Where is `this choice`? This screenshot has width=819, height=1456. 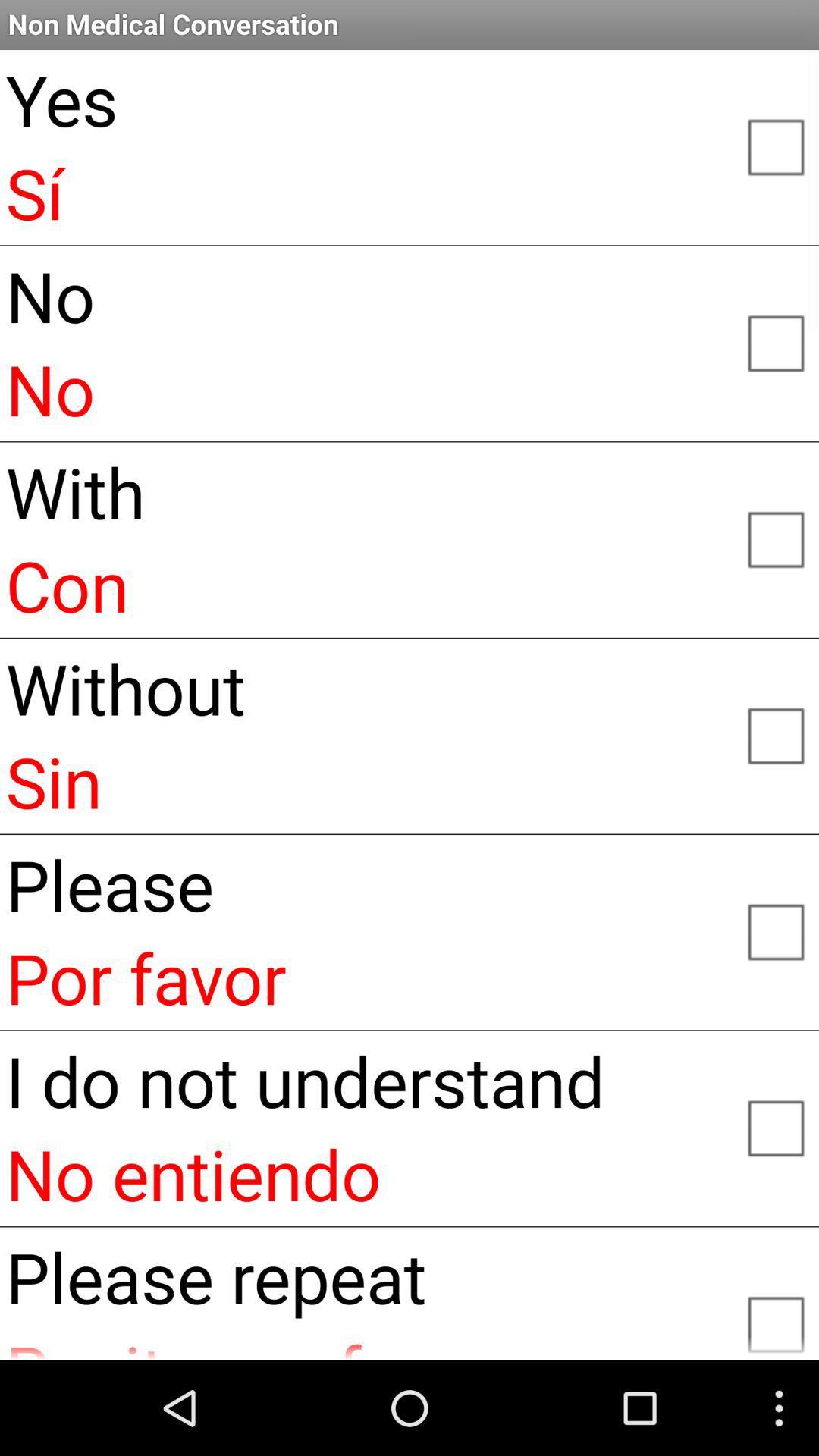 this choice is located at coordinates (775, 1127).